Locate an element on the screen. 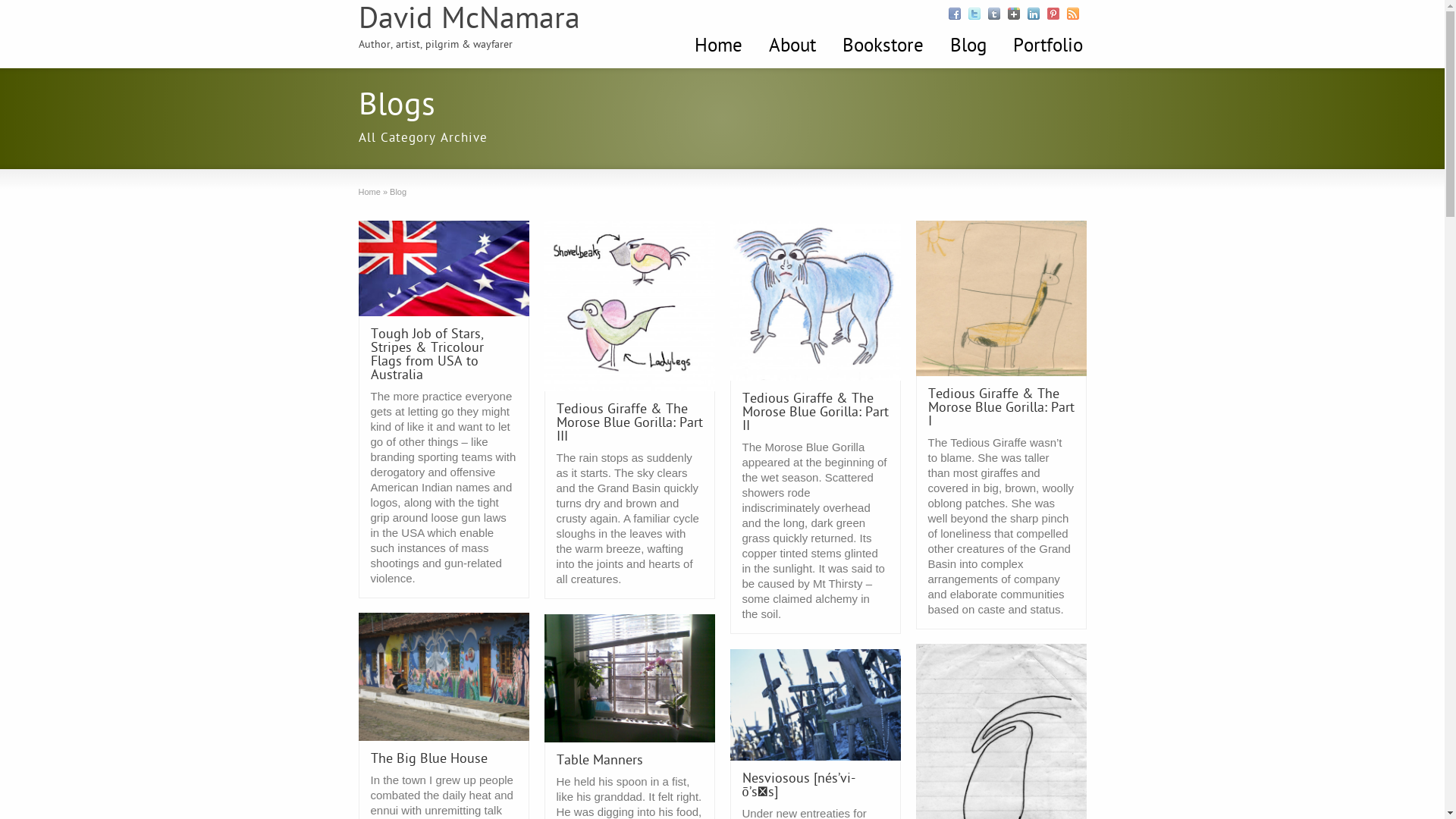 Image resolution: width=1456 pixels, height=819 pixels. 'About' is located at coordinates (790, 46).